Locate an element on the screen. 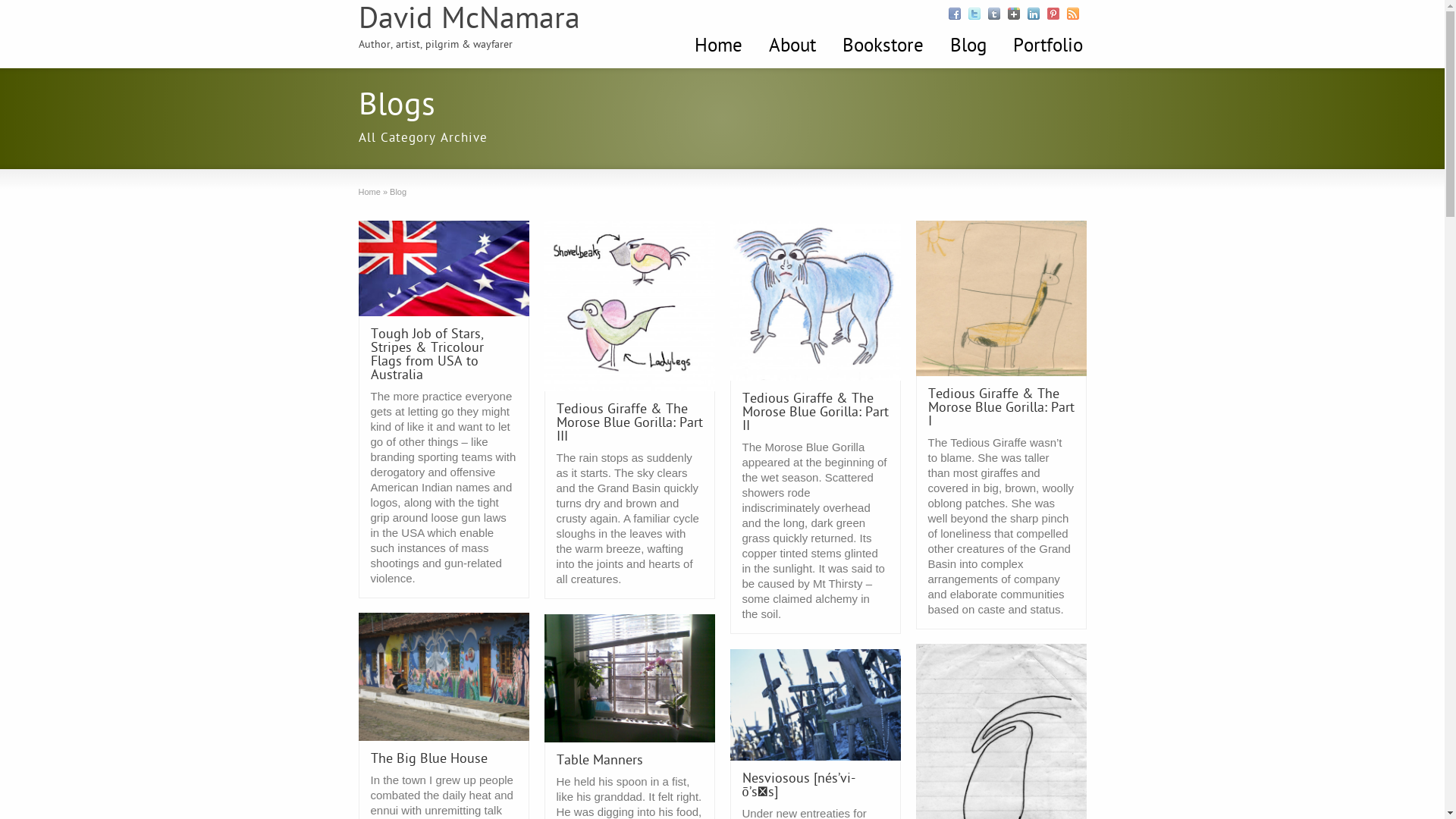 Image resolution: width=1456 pixels, height=819 pixels. 'About' is located at coordinates (790, 46).